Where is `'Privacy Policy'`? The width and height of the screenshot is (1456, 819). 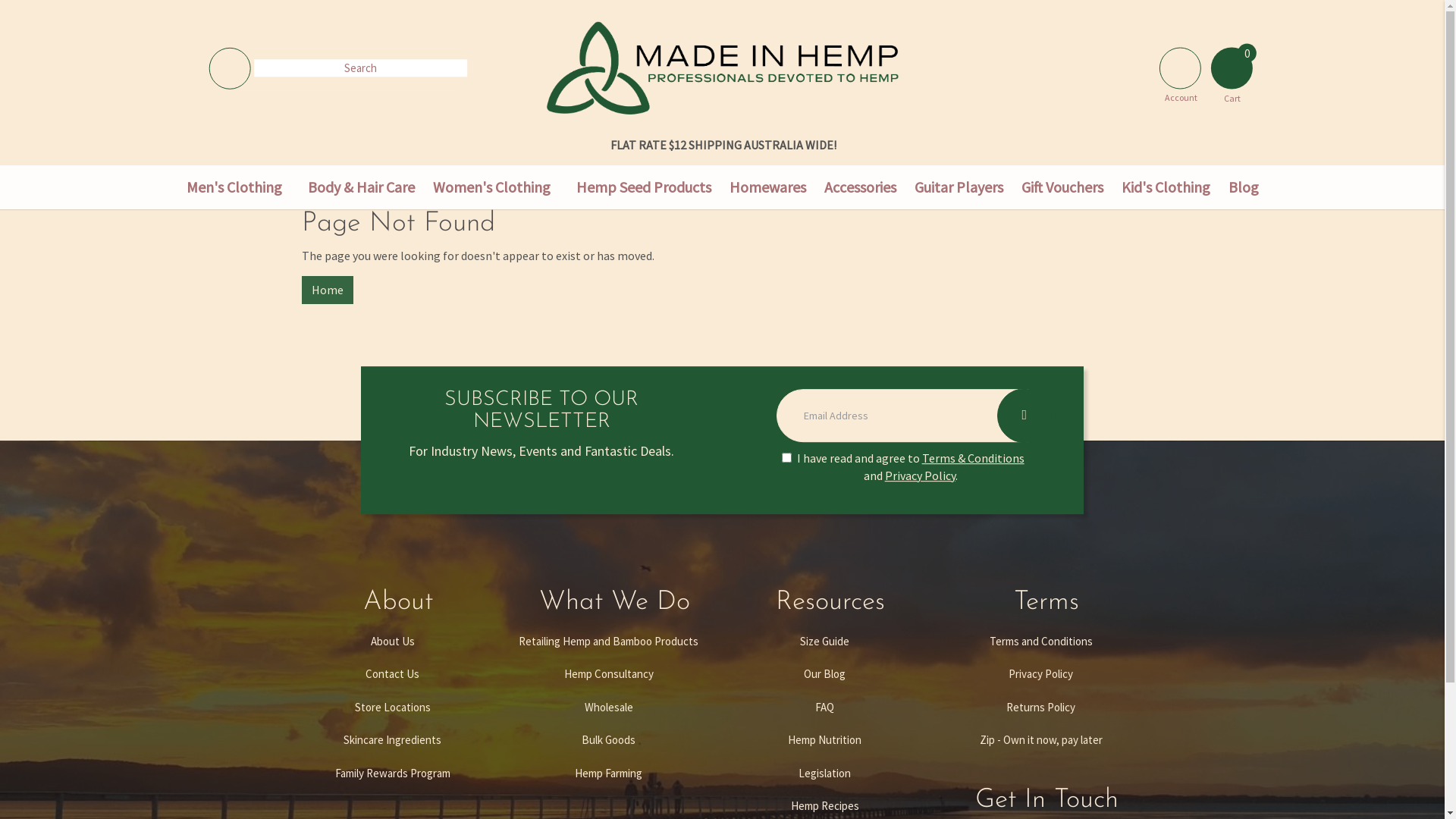
'Privacy Policy' is located at coordinates (938, 673).